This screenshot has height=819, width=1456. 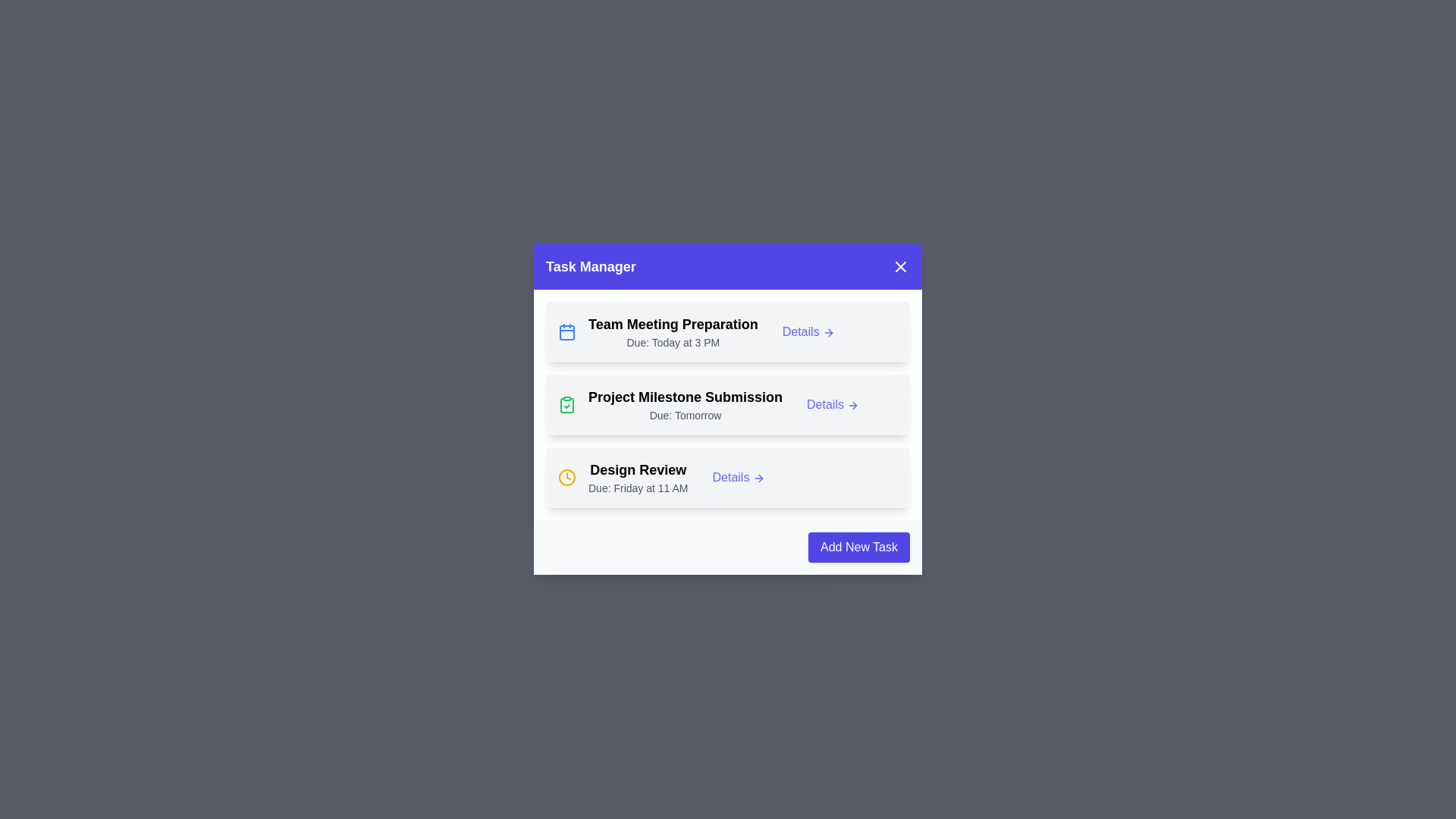 What do you see at coordinates (901, 265) in the screenshot?
I see `the Close Button (SVG Icon) located at the top-right of the task manager window` at bounding box center [901, 265].